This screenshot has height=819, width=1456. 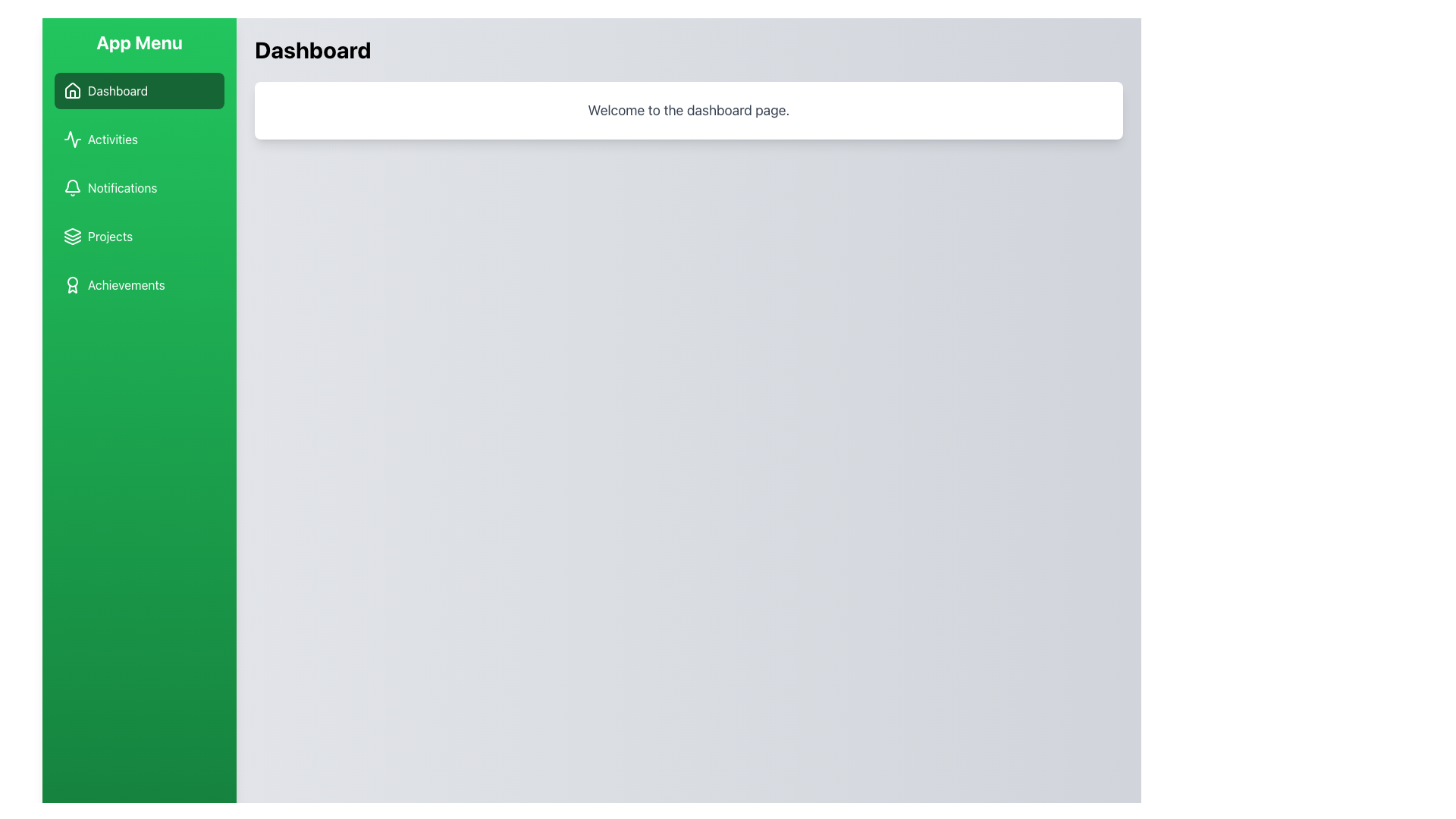 I want to click on the award emblem icon in the green sidebar, so click(x=72, y=284).